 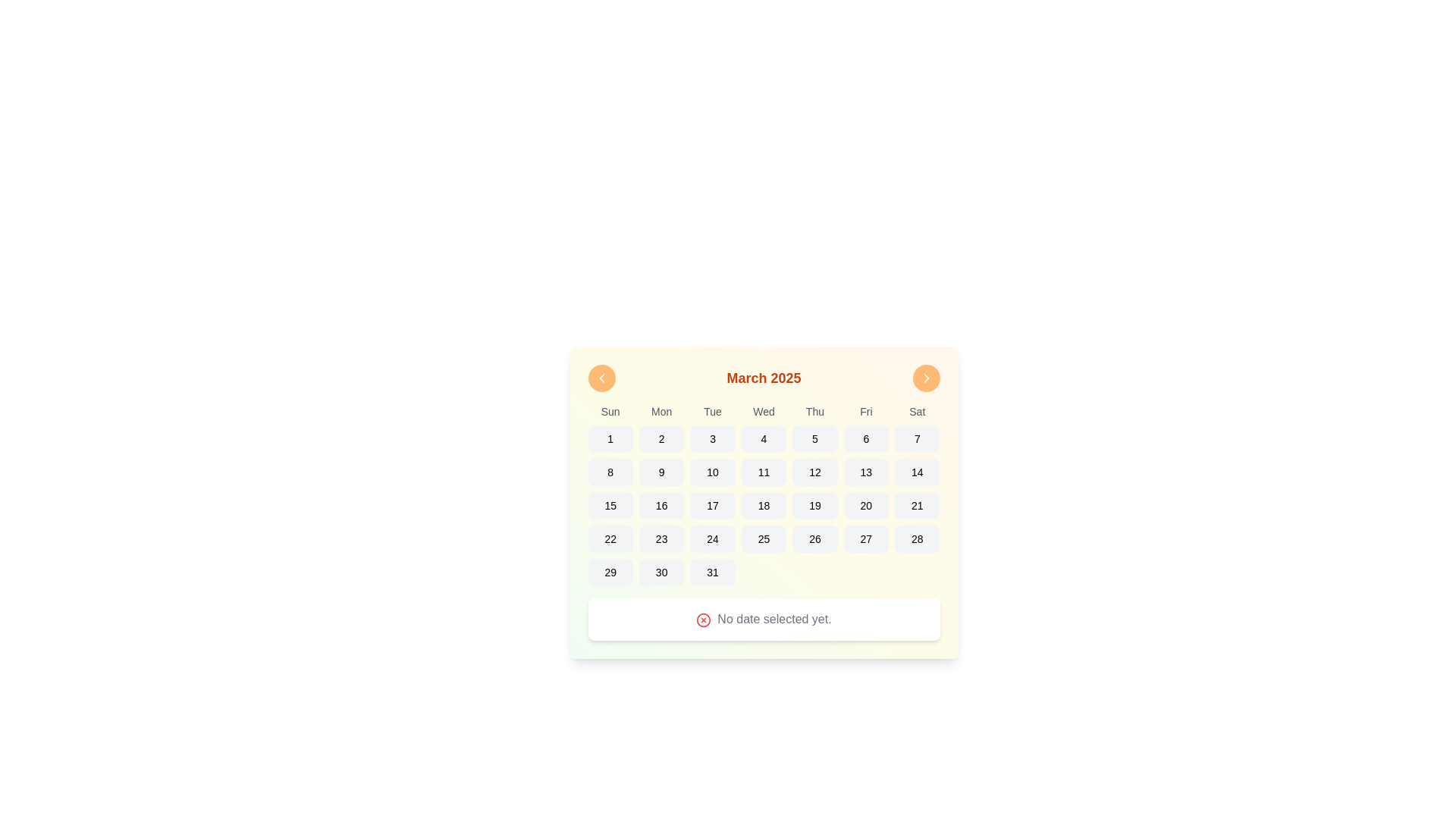 I want to click on the Interactive calendar date button displaying the number '2' located in the first row under the 'Mon' header, so click(x=661, y=438).